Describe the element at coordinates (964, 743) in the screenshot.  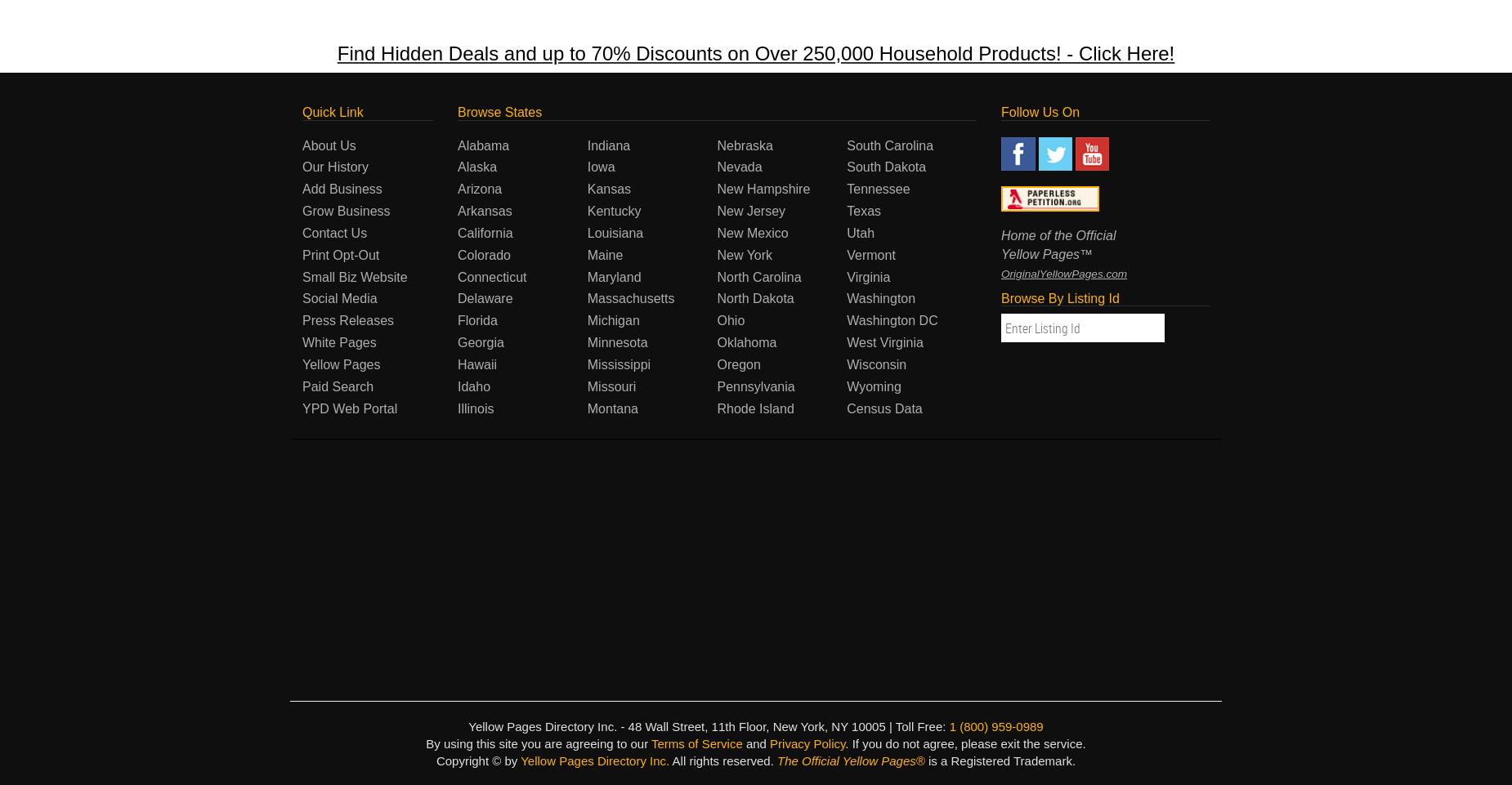
I see `'. If you do not agree, please  exit the service.'` at that location.